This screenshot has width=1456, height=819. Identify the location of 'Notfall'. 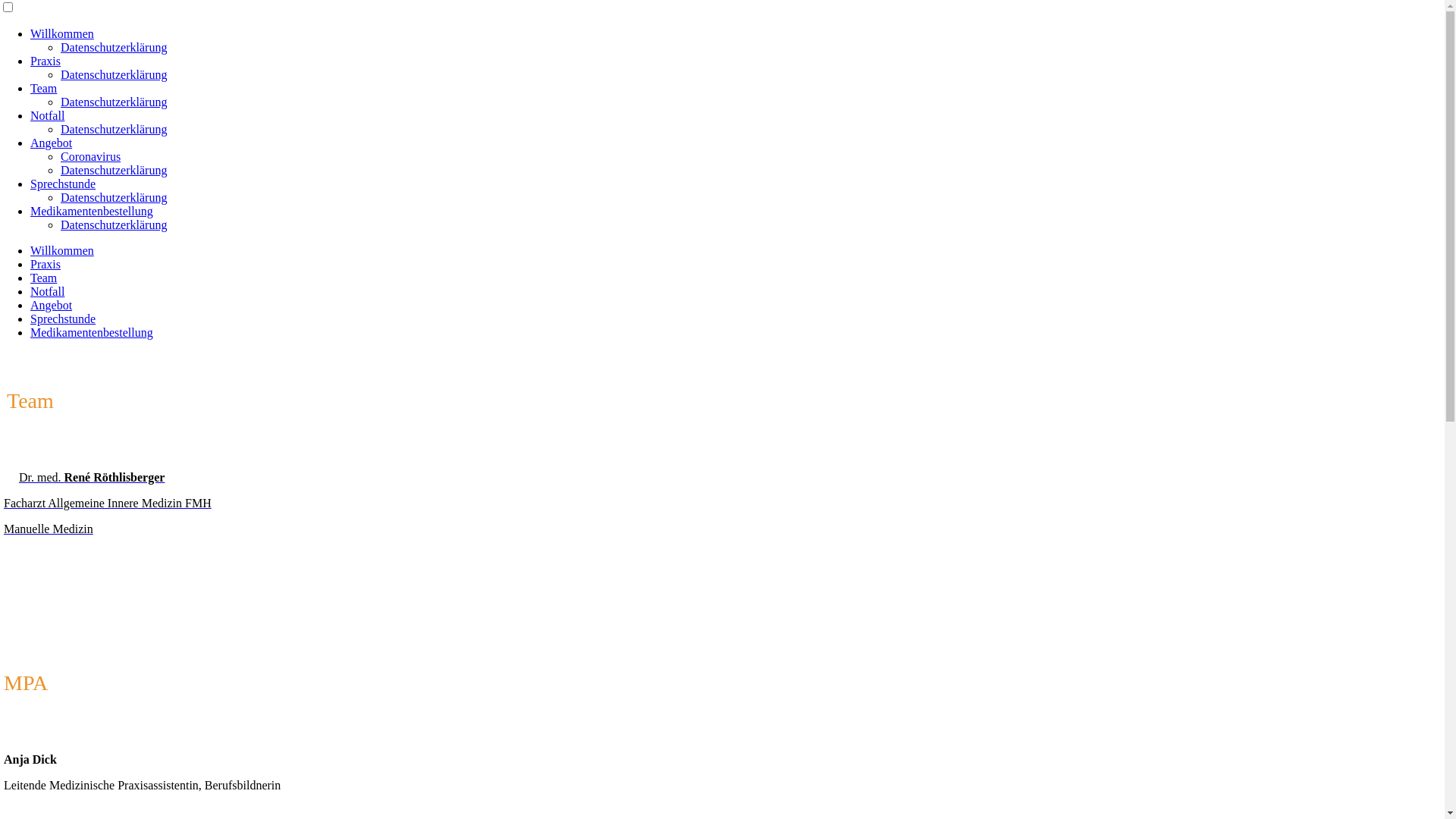
(30, 291).